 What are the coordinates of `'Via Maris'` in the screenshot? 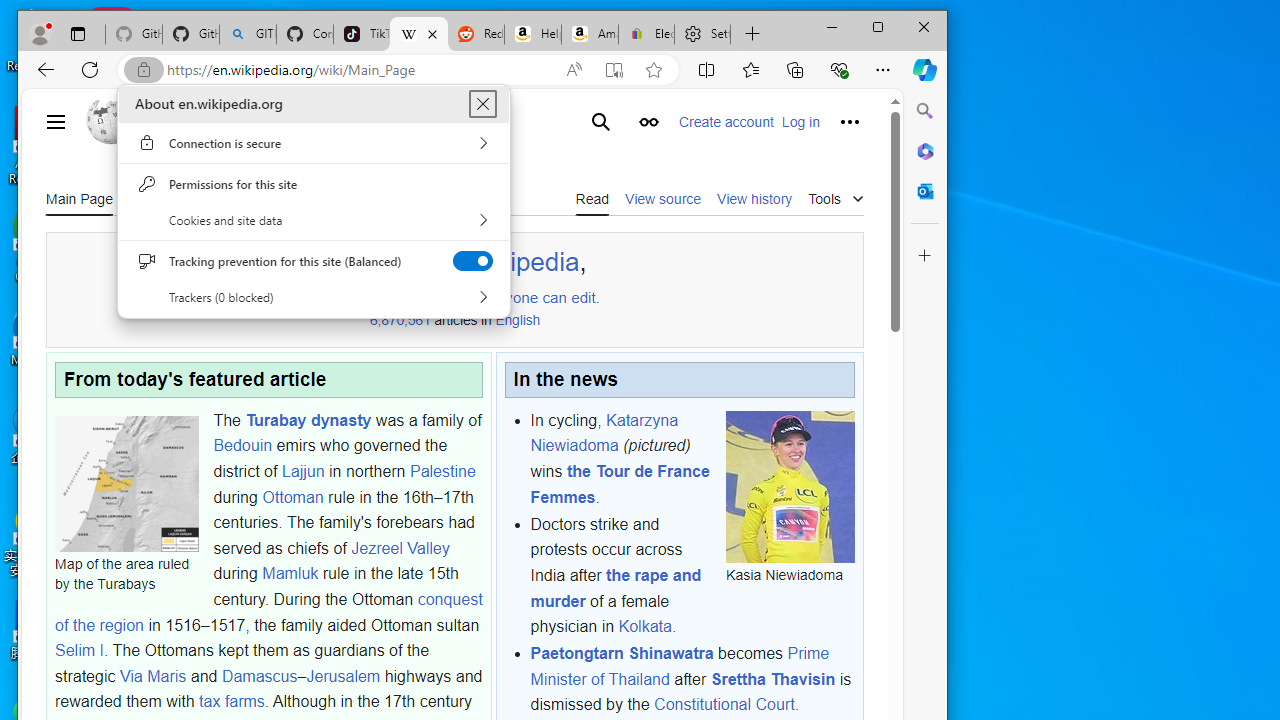 It's located at (151, 675).